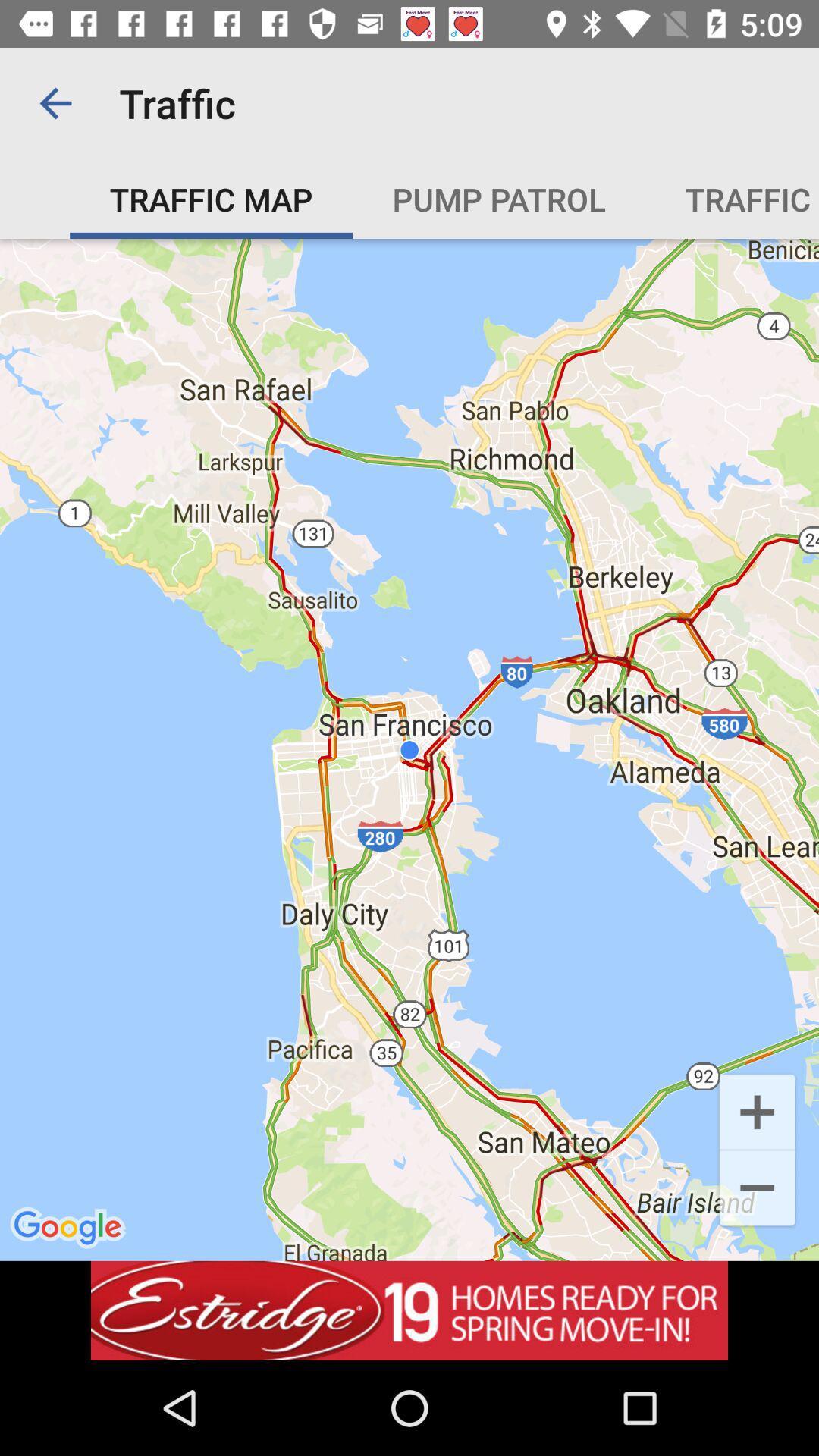 Image resolution: width=819 pixels, height=1456 pixels. What do you see at coordinates (409, 1310) in the screenshot?
I see `see adds` at bounding box center [409, 1310].